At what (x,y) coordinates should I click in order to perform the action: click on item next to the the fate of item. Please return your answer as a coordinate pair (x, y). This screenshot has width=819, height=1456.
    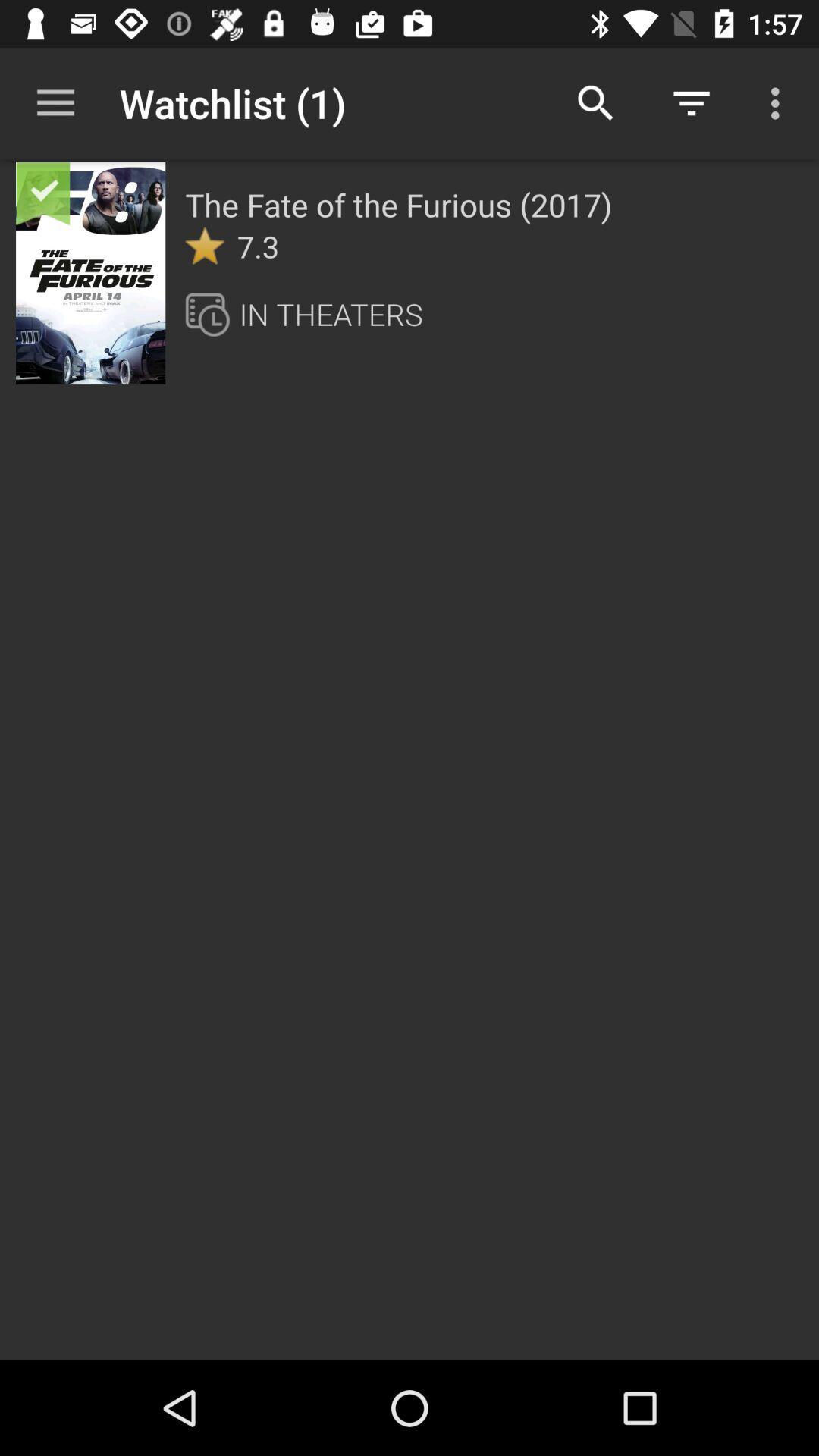
    Looking at the image, I should click on (133, 190).